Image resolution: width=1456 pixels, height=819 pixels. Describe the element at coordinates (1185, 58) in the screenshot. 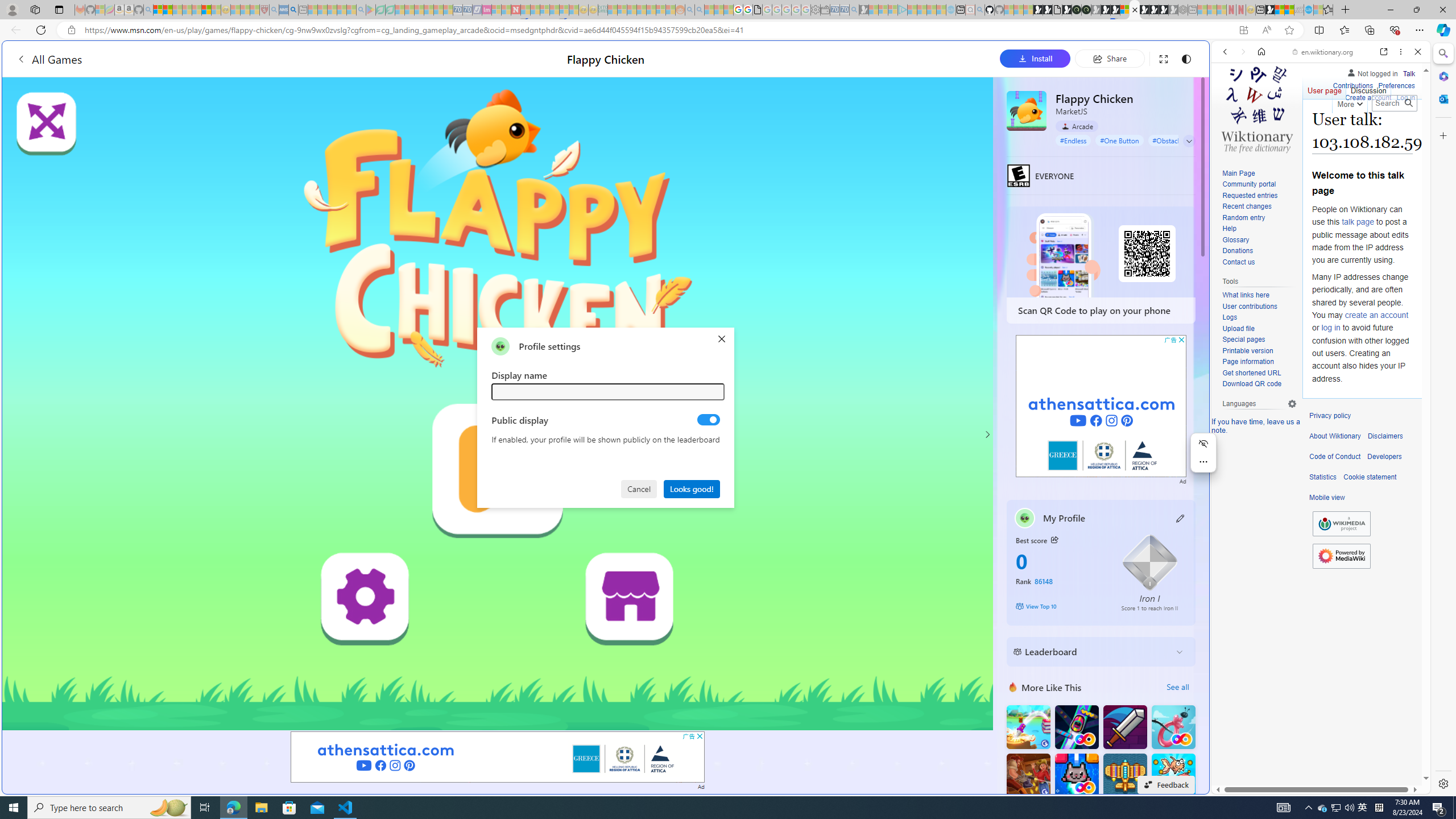

I see `'Change to dark mode'` at that location.